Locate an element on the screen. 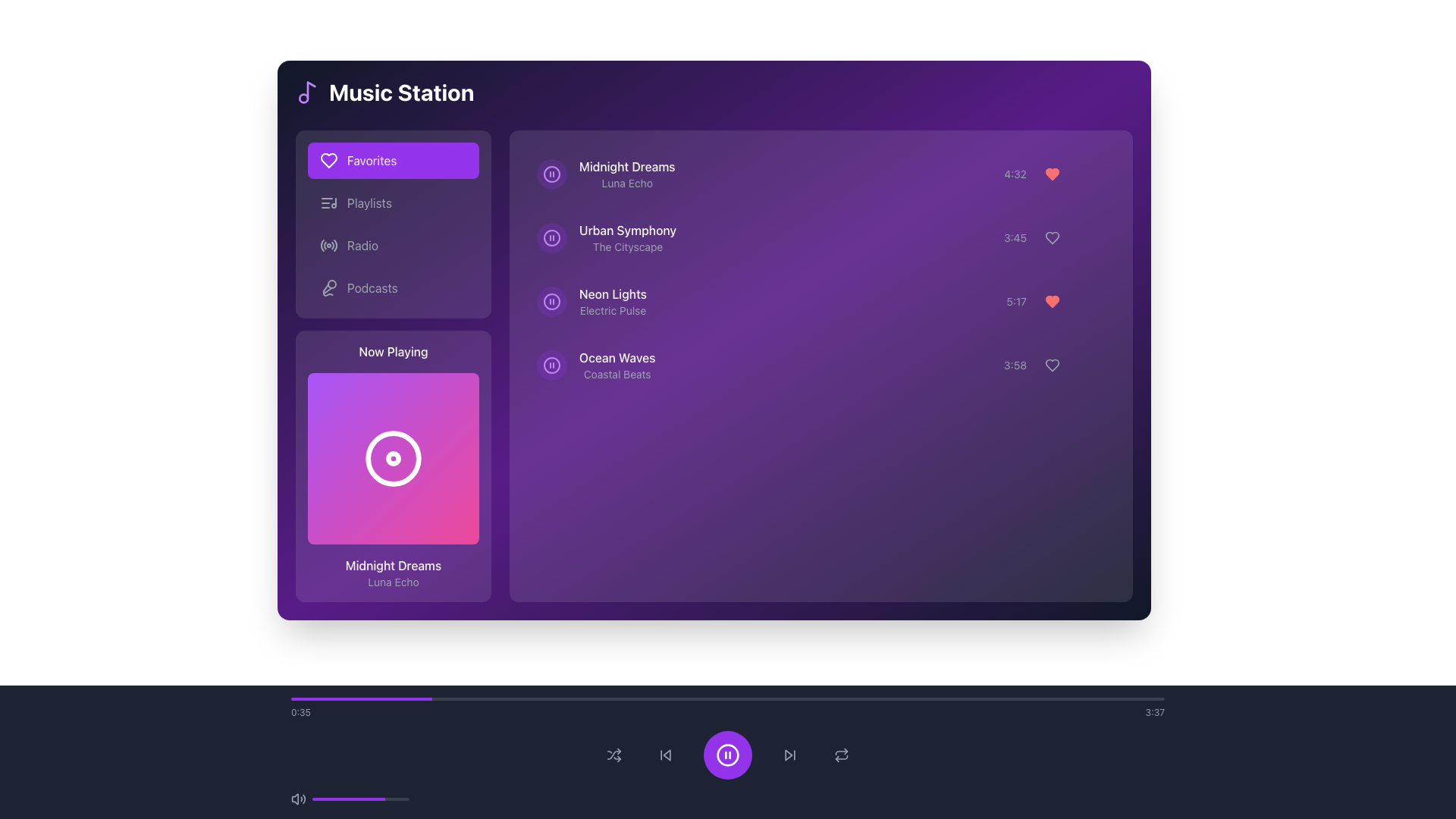 The image size is (1456, 819). the circular graphical status indicator located in the right panel next to the 'Neon Lights' song entry is located at coordinates (551, 301).